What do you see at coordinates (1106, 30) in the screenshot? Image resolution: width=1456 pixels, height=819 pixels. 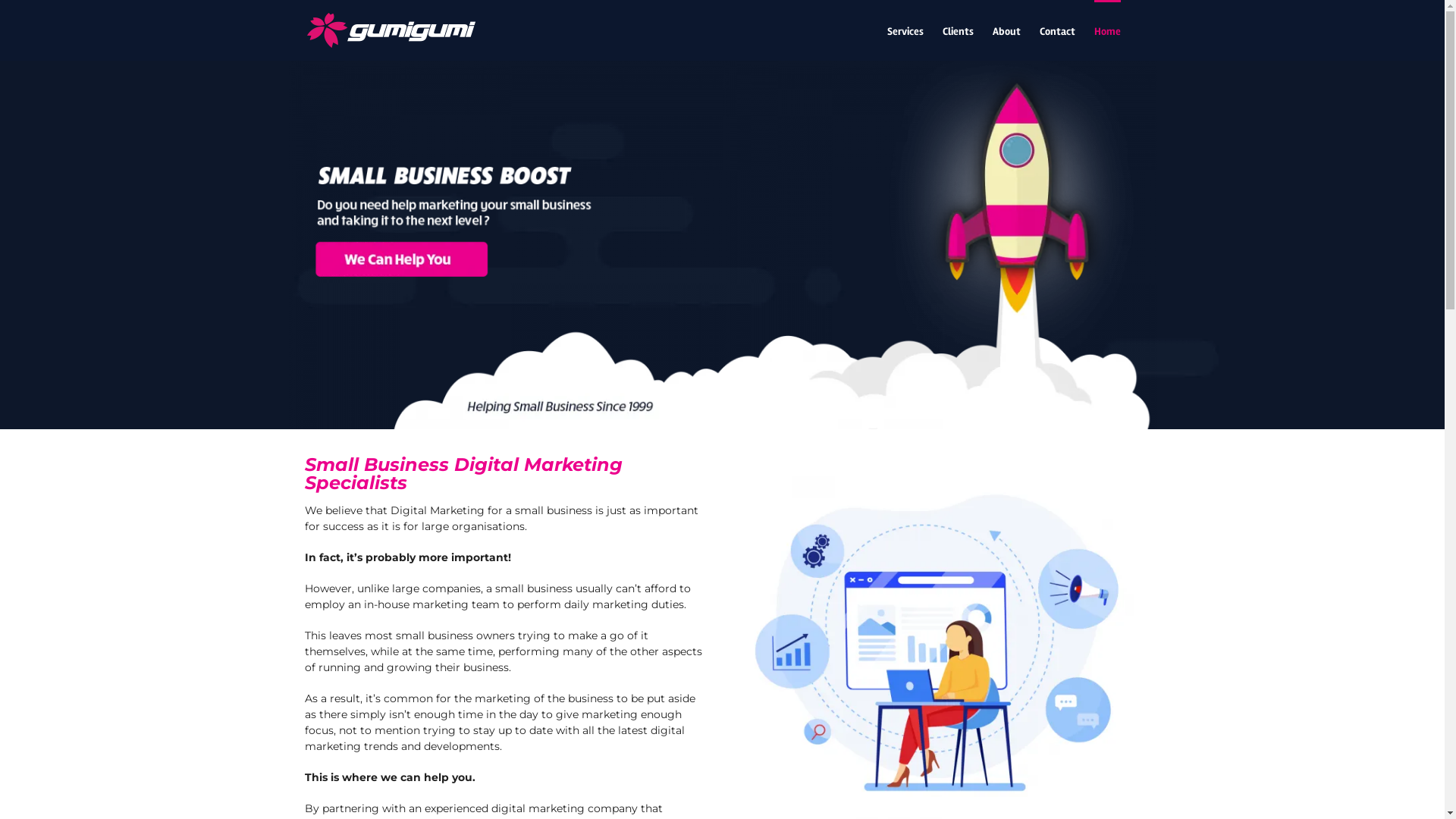 I see `'Home'` at bounding box center [1106, 30].